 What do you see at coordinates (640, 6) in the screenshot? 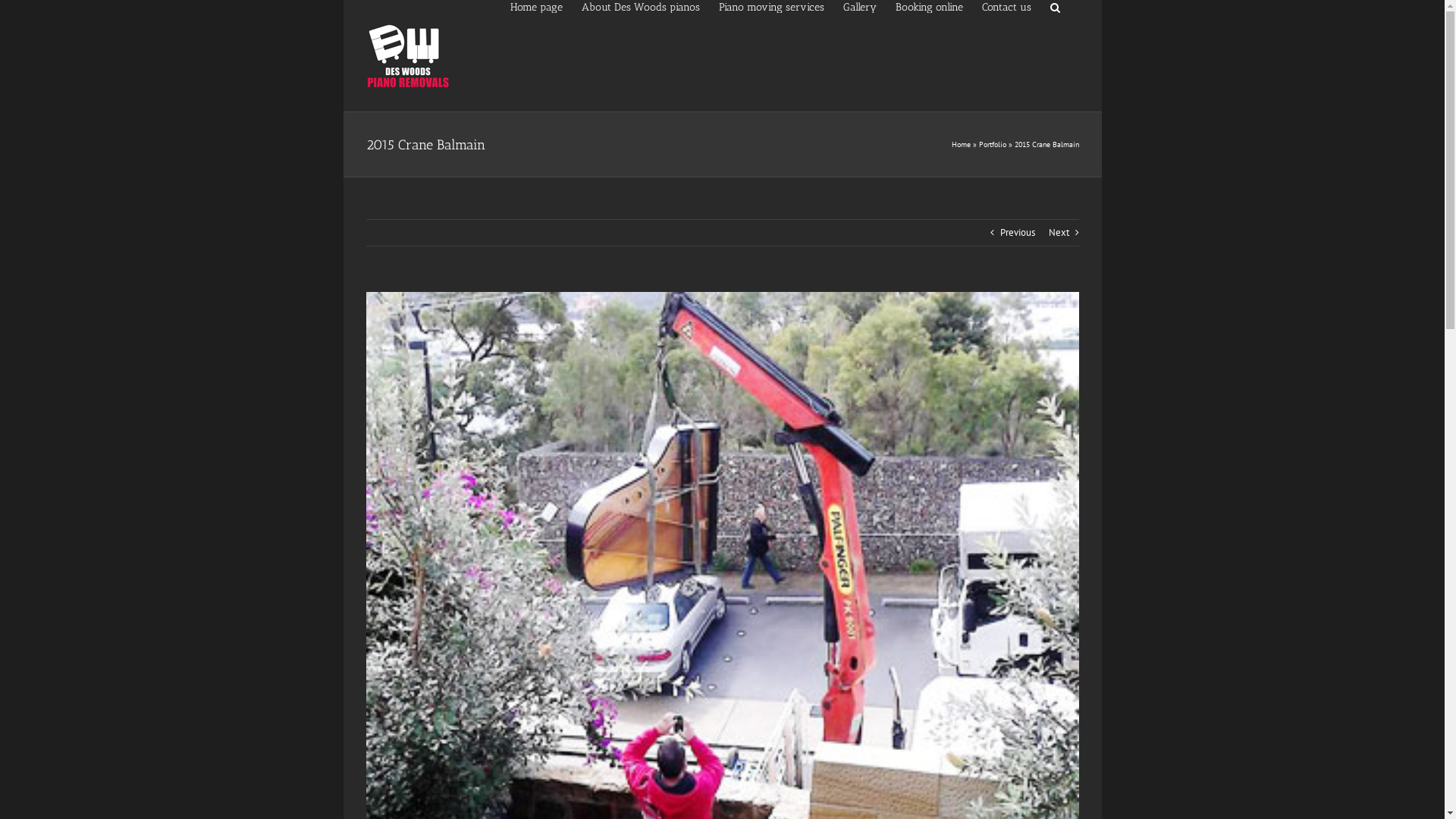
I see `'About Des Woods pianos'` at bounding box center [640, 6].